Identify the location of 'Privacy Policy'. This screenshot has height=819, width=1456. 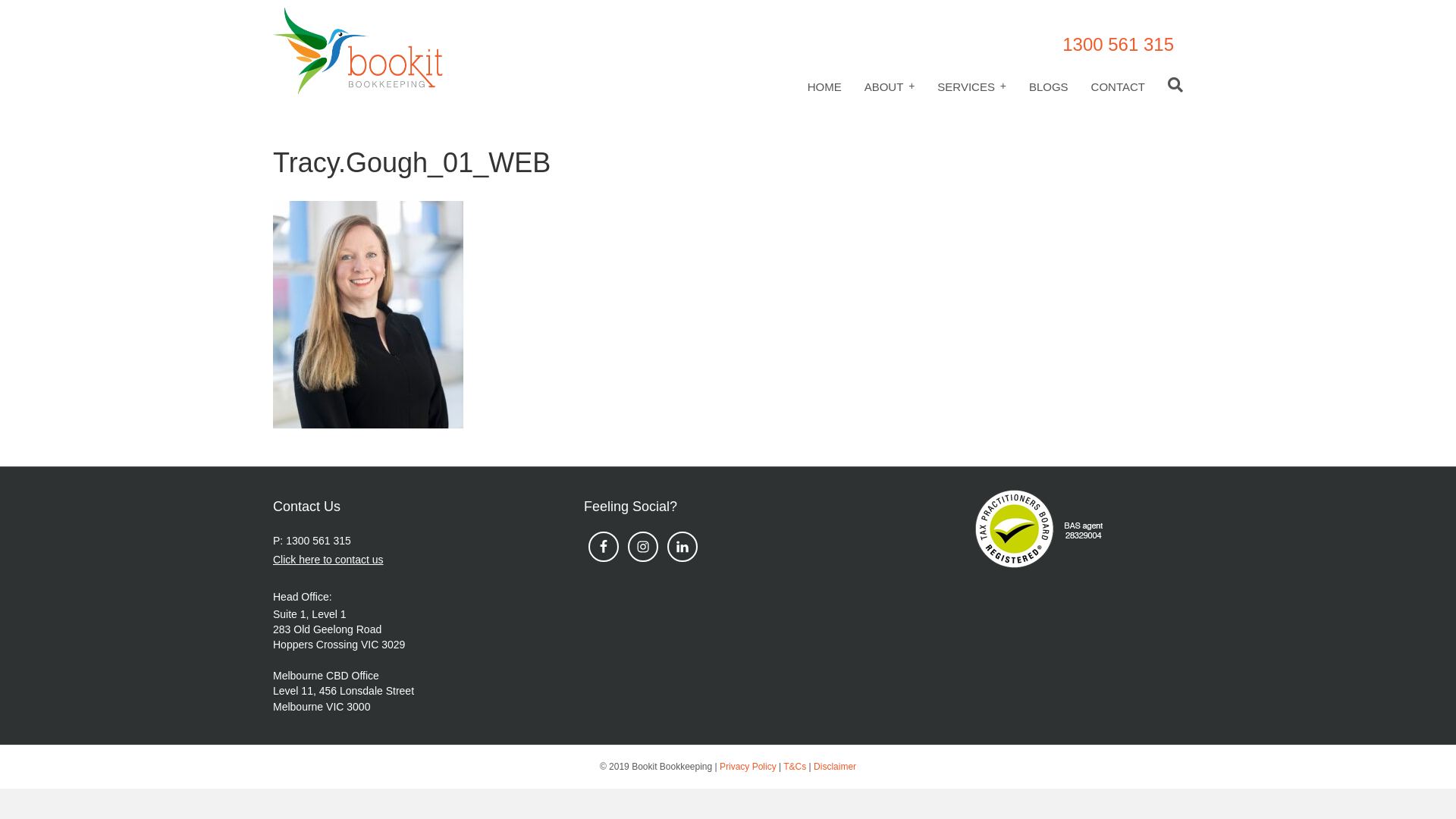
(748, 766).